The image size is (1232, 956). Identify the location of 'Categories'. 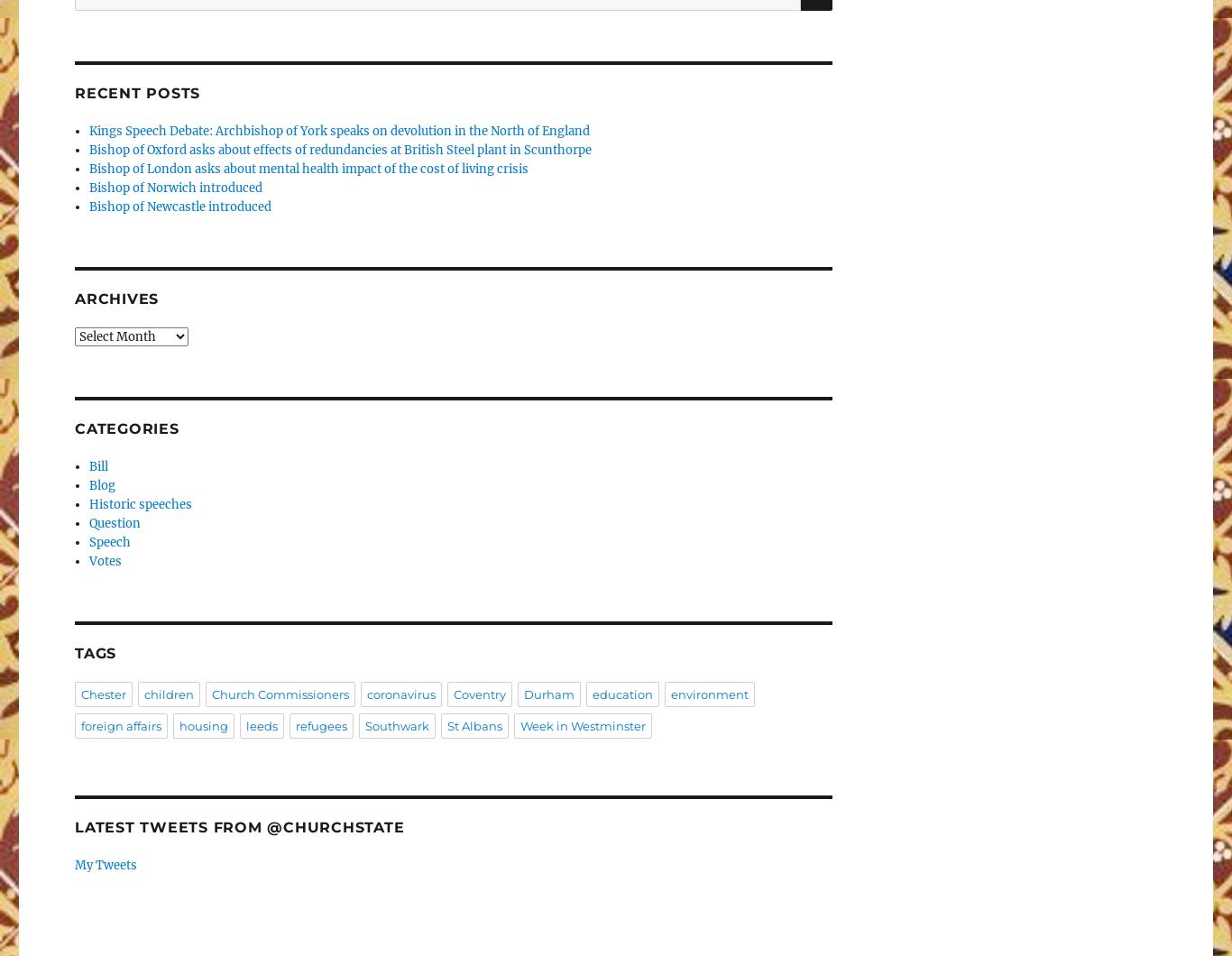
(125, 427).